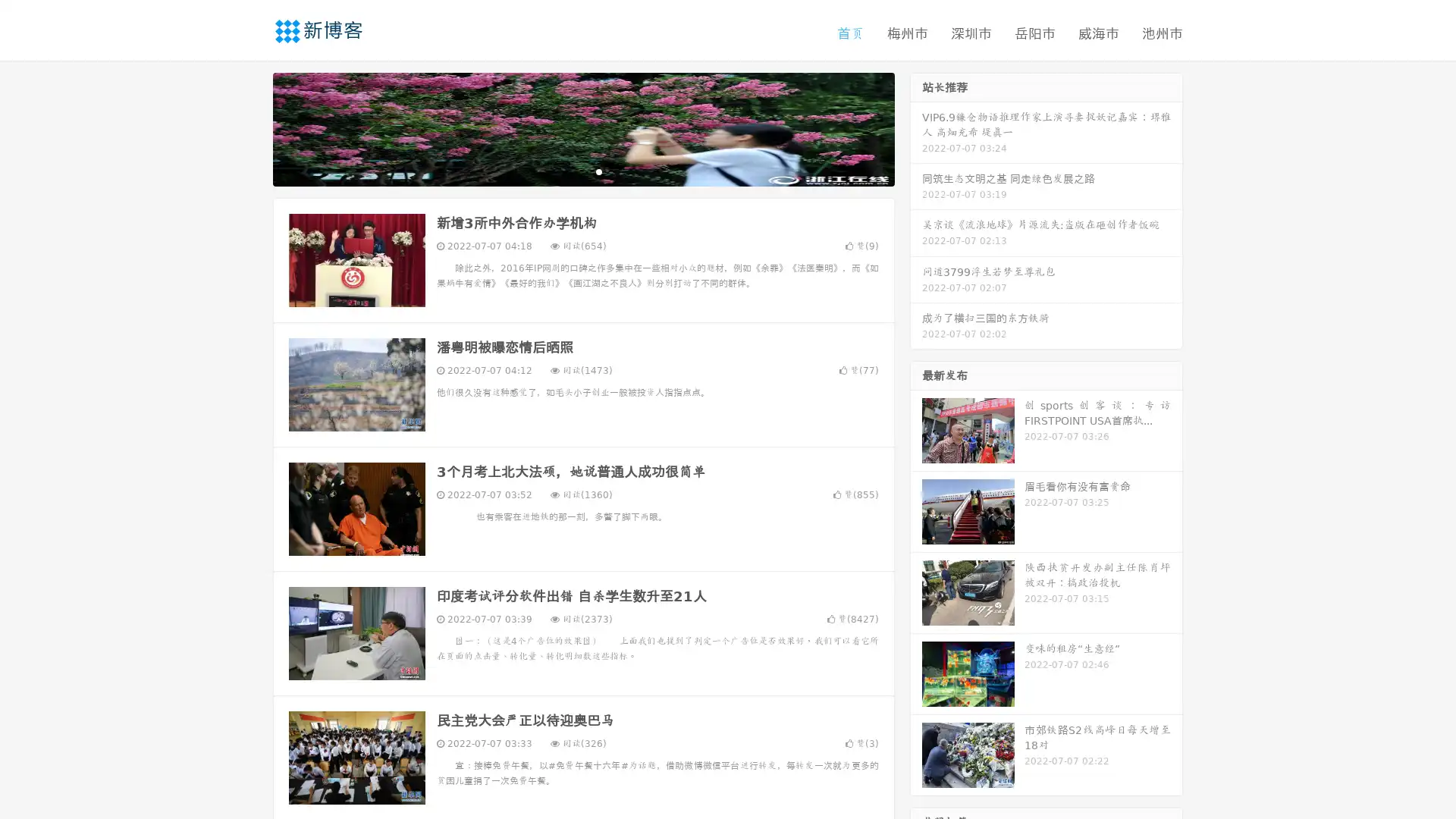 The image size is (1456, 819). Describe the element at coordinates (250, 127) in the screenshot. I see `Previous slide` at that location.